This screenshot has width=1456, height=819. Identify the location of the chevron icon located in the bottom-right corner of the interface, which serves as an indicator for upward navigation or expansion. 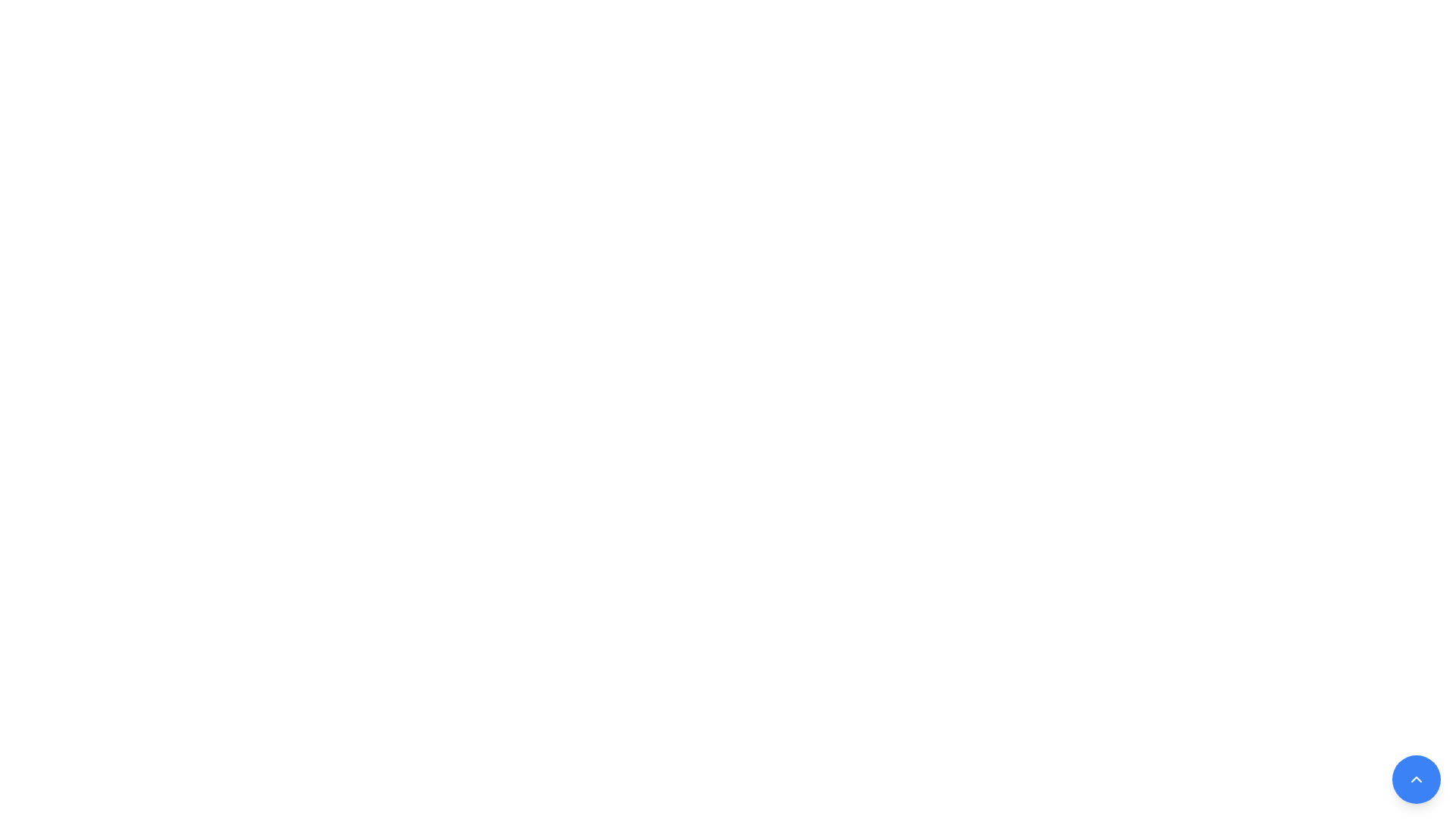
(1415, 780).